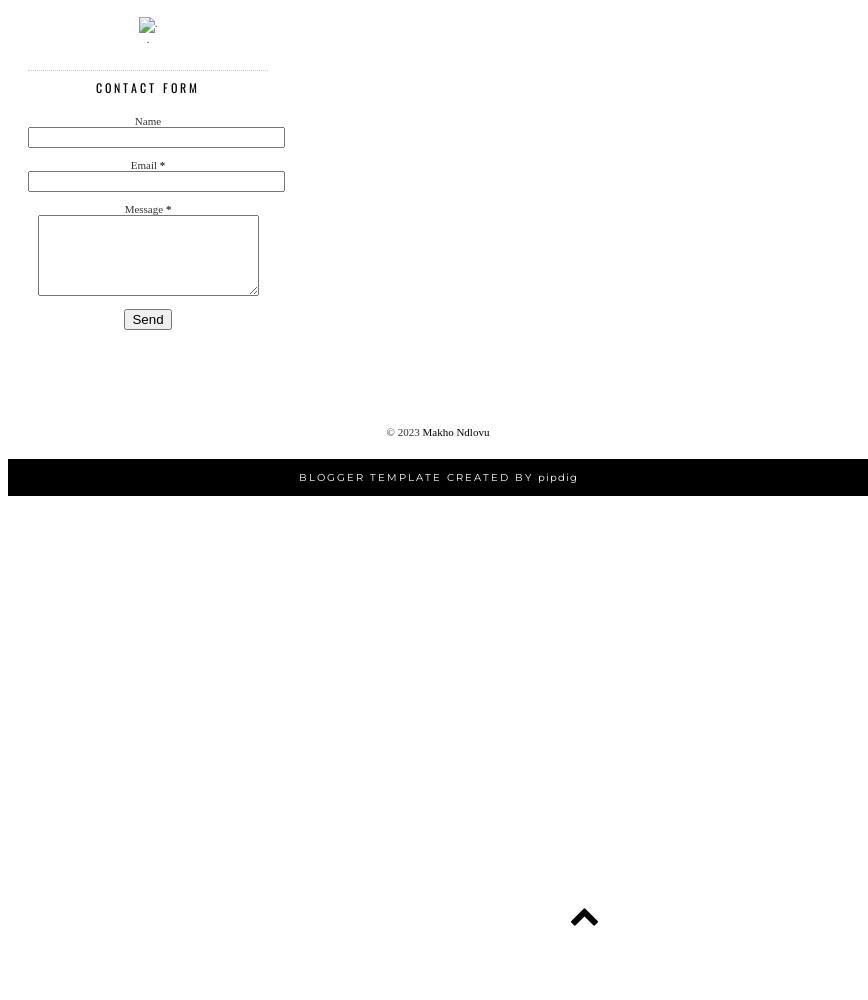 The height and width of the screenshot is (1000, 868). What do you see at coordinates (147, 120) in the screenshot?
I see `'Name'` at bounding box center [147, 120].